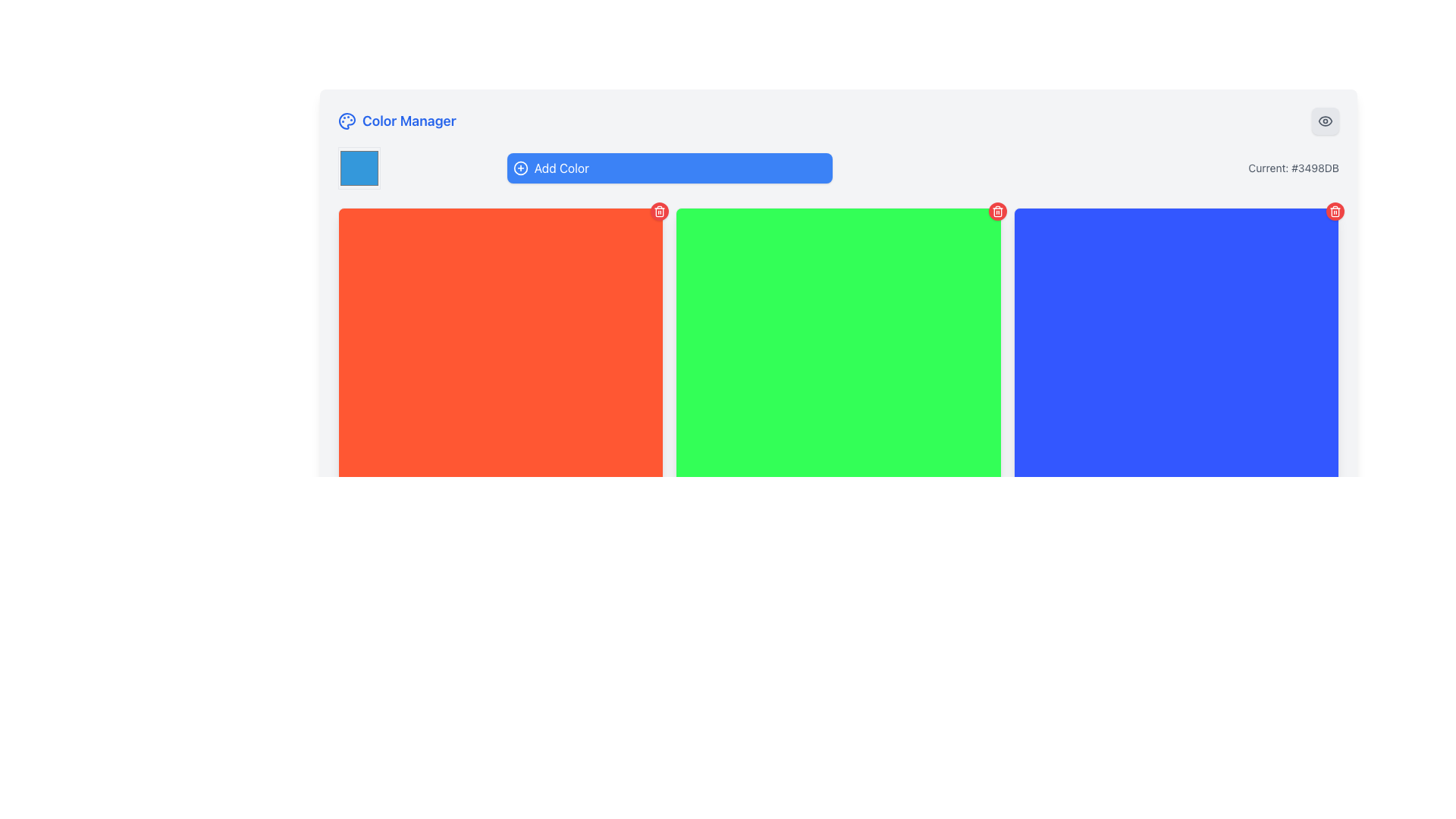 The height and width of the screenshot is (819, 1456). Describe the element at coordinates (359, 168) in the screenshot. I see `the color selection button located in the first position of the row` at that location.